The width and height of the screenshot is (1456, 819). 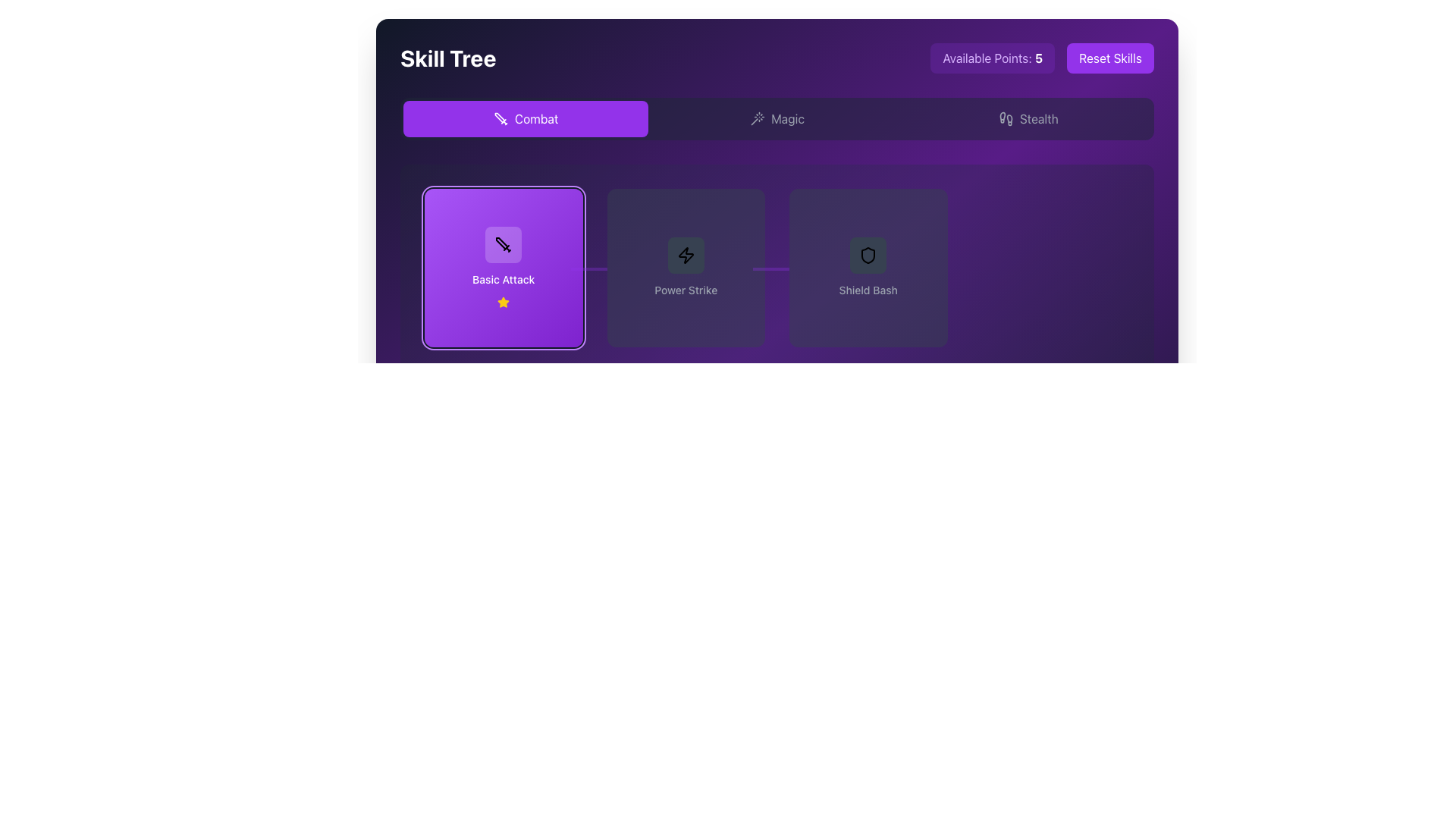 What do you see at coordinates (777, 118) in the screenshot?
I see `the 'Magic' button, which features a wand icon and changes background color on hover` at bounding box center [777, 118].